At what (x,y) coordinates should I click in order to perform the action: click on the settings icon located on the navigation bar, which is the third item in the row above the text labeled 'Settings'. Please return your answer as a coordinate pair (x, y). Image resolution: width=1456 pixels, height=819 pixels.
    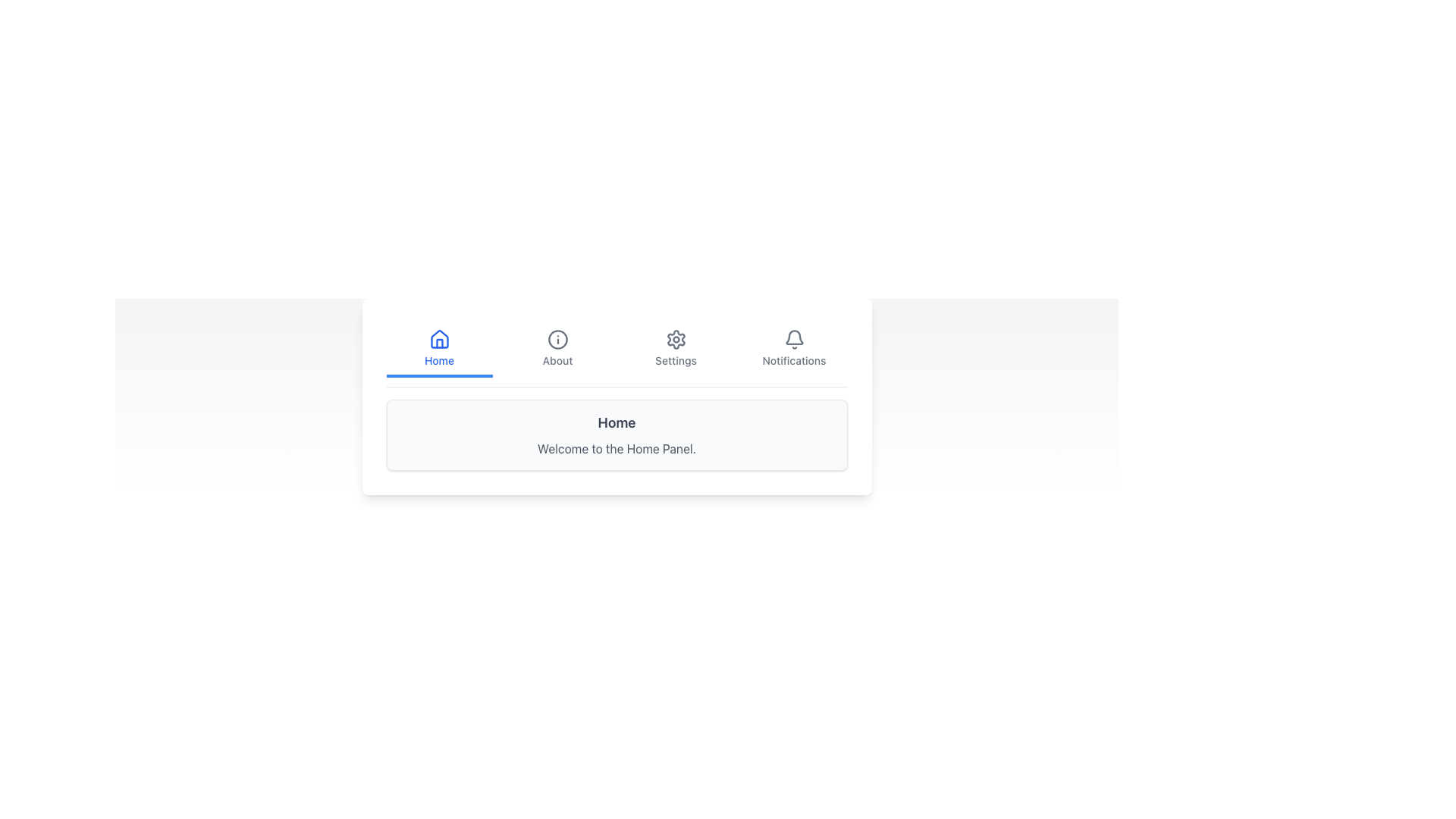
    Looking at the image, I should click on (675, 338).